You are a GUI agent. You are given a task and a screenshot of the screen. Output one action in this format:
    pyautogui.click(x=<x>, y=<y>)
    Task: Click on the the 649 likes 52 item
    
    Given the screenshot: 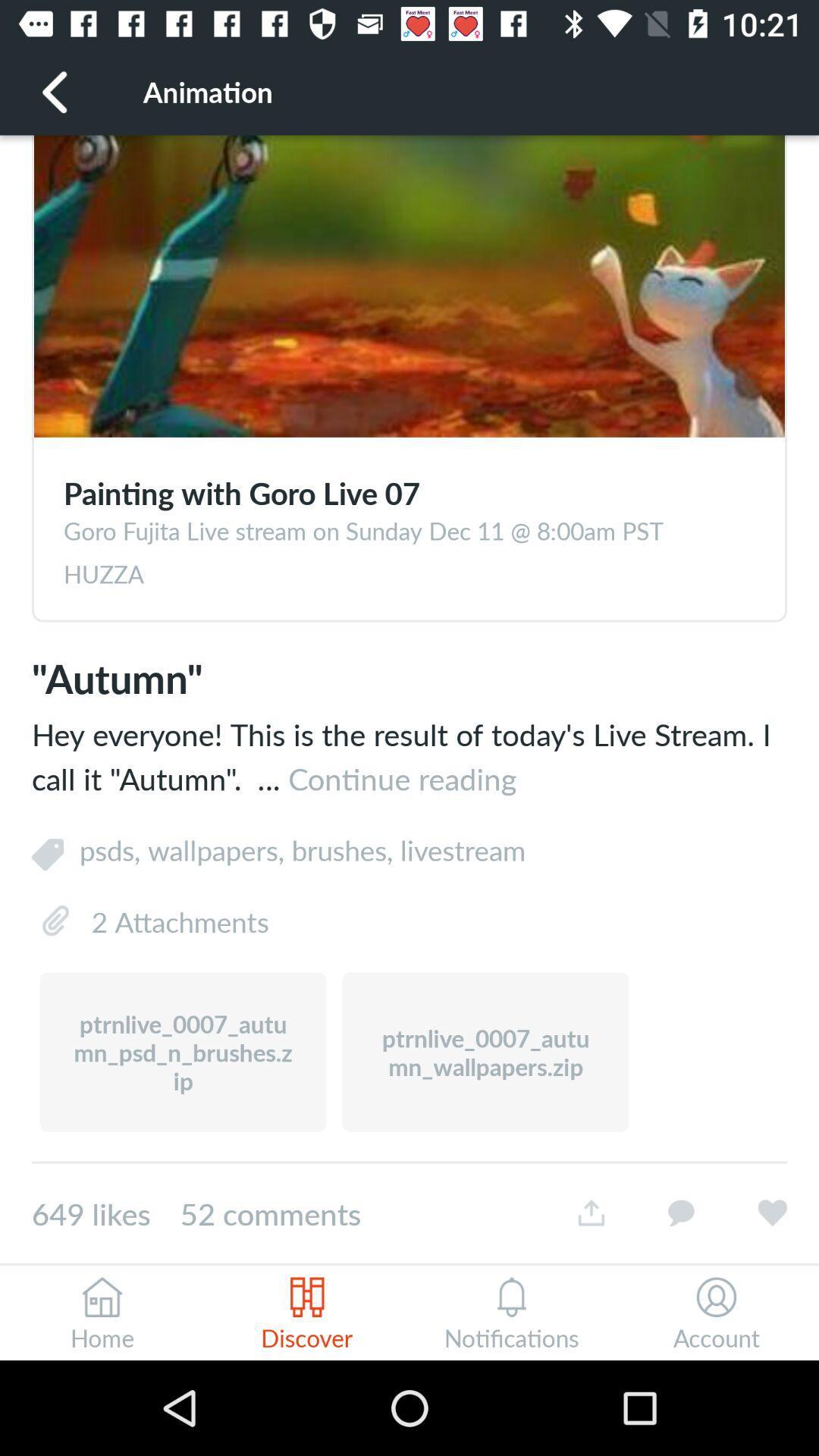 What is the action you would take?
    pyautogui.click(x=289, y=1213)
    